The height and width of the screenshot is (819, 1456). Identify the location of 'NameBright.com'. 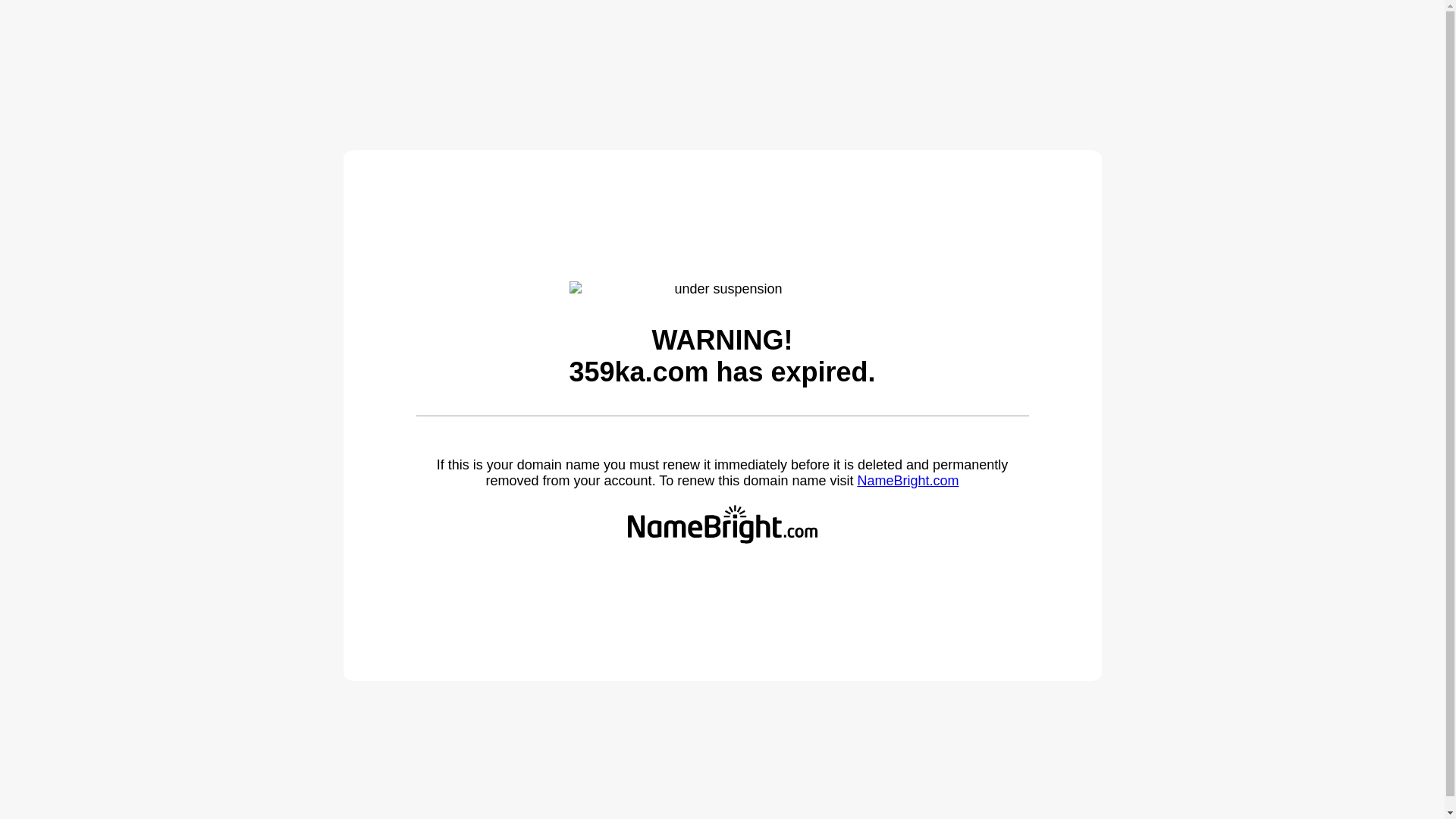
(856, 480).